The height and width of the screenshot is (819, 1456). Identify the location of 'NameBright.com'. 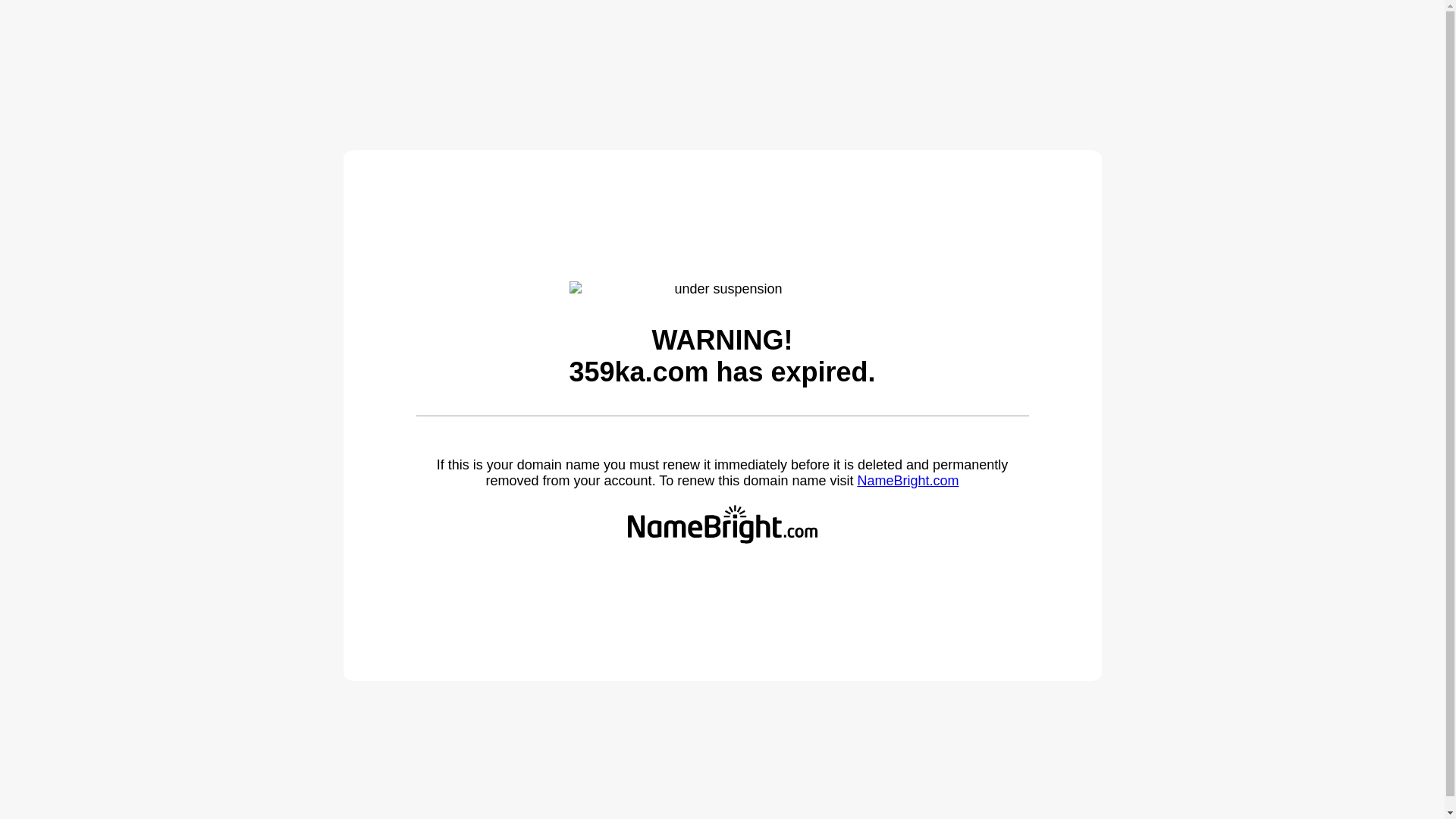
(856, 480).